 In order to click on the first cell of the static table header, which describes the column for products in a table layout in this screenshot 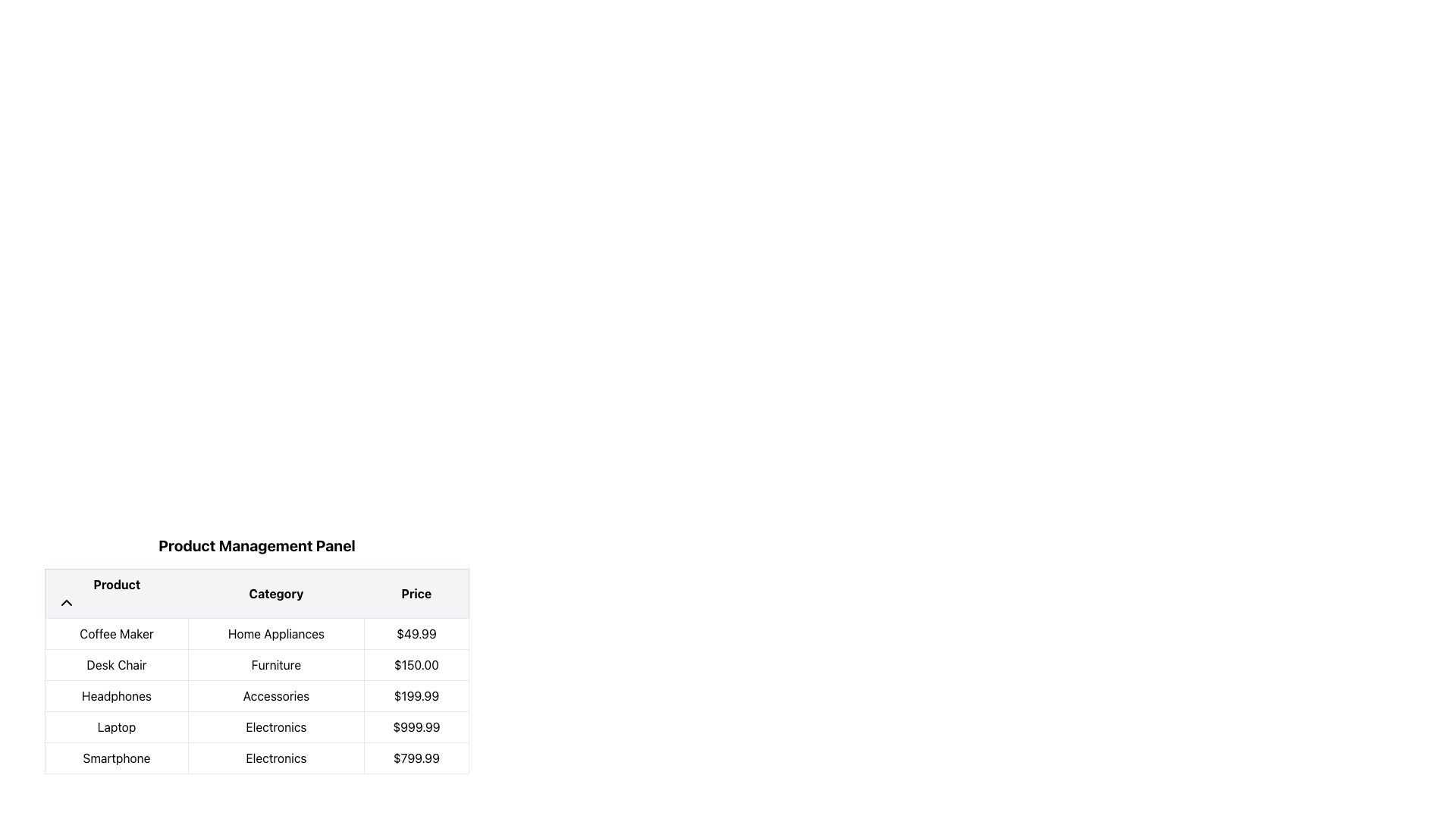, I will do `click(115, 593)`.